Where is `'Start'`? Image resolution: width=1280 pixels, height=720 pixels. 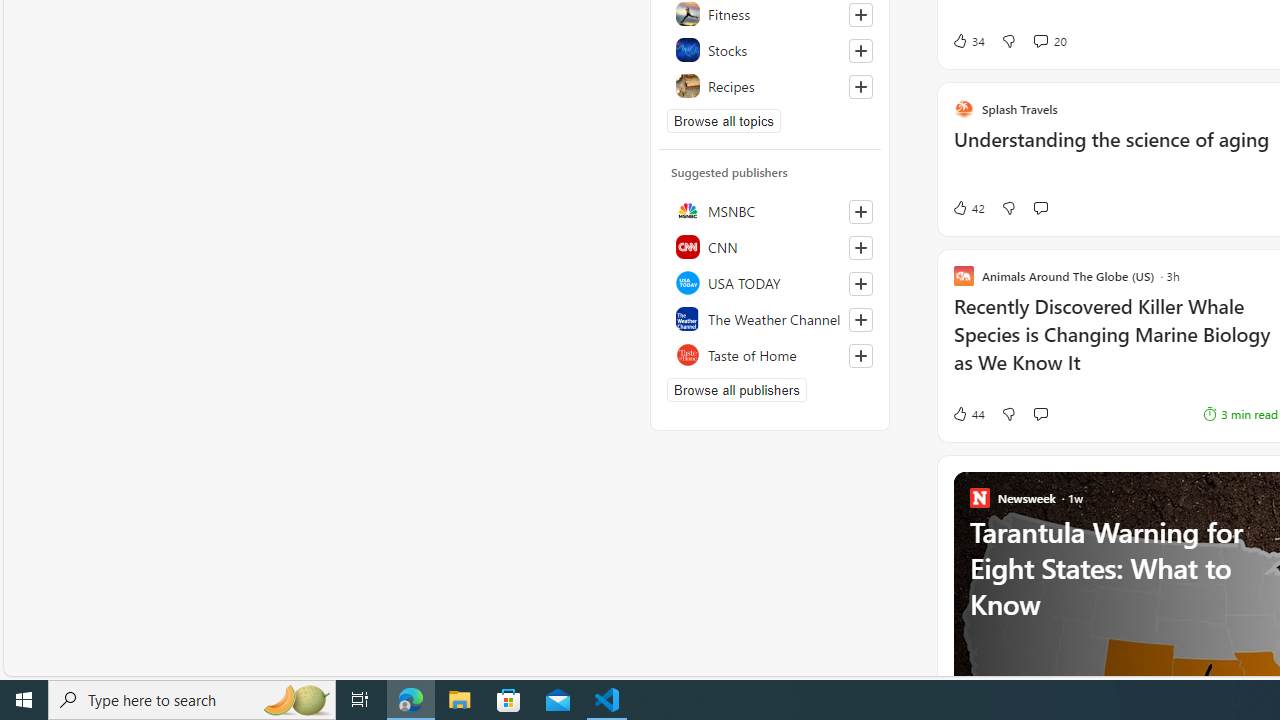
'Start' is located at coordinates (24, 698).